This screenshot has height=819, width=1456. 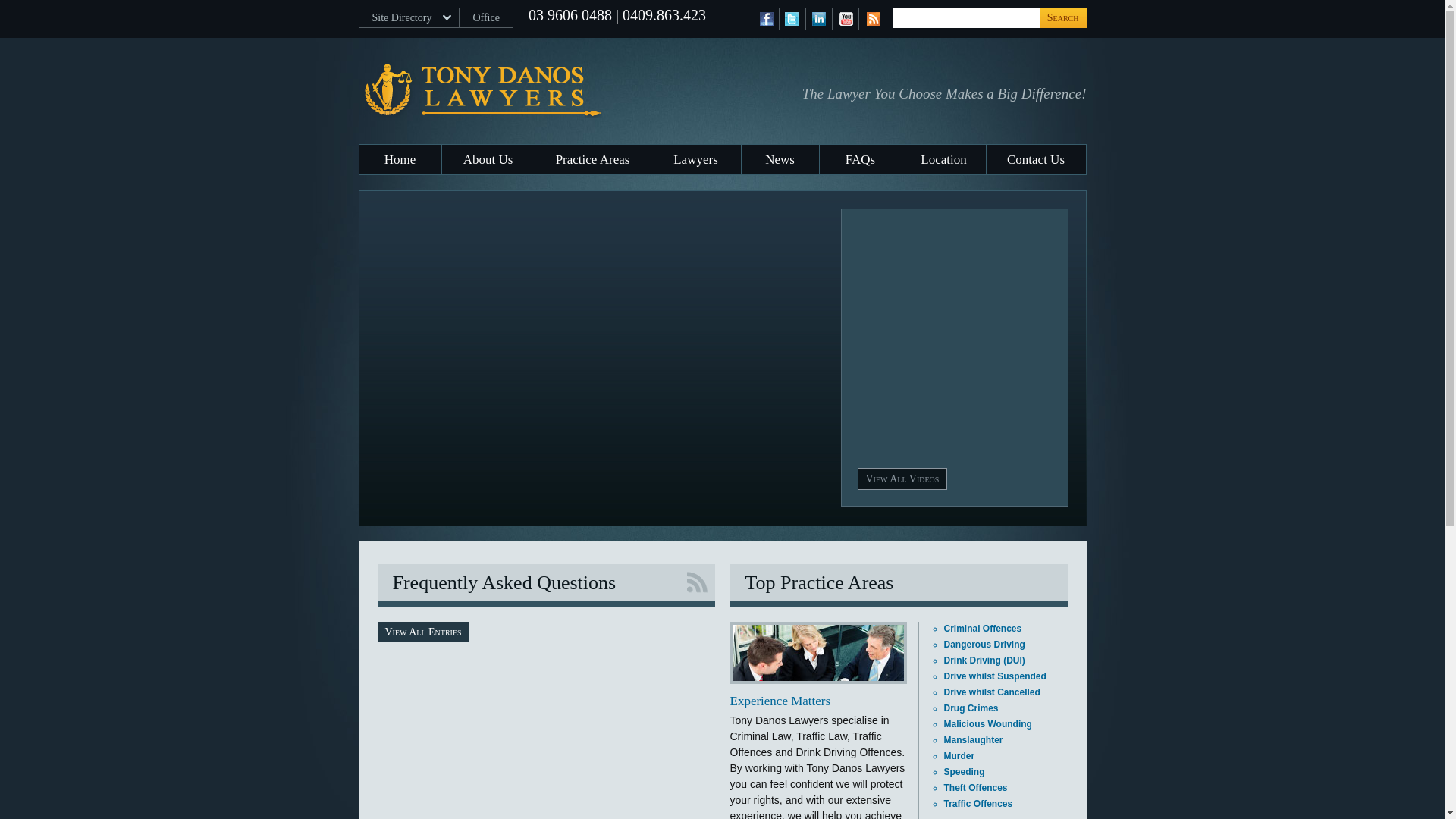 I want to click on 'Office', so click(x=486, y=17).